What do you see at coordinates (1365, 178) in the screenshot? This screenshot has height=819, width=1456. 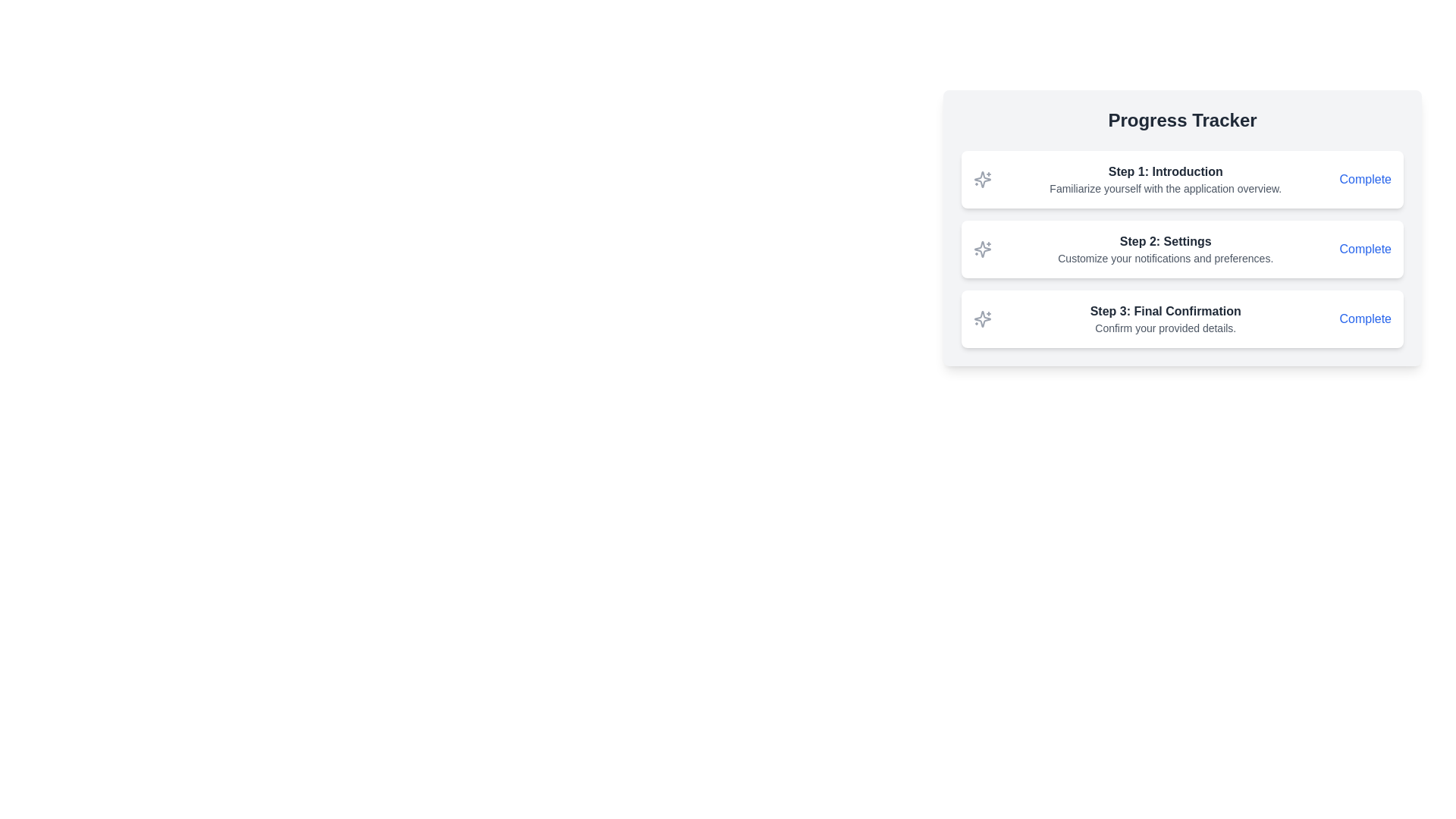 I see `the interactive text link positioned in the rightmost part of the first step card` at bounding box center [1365, 178].